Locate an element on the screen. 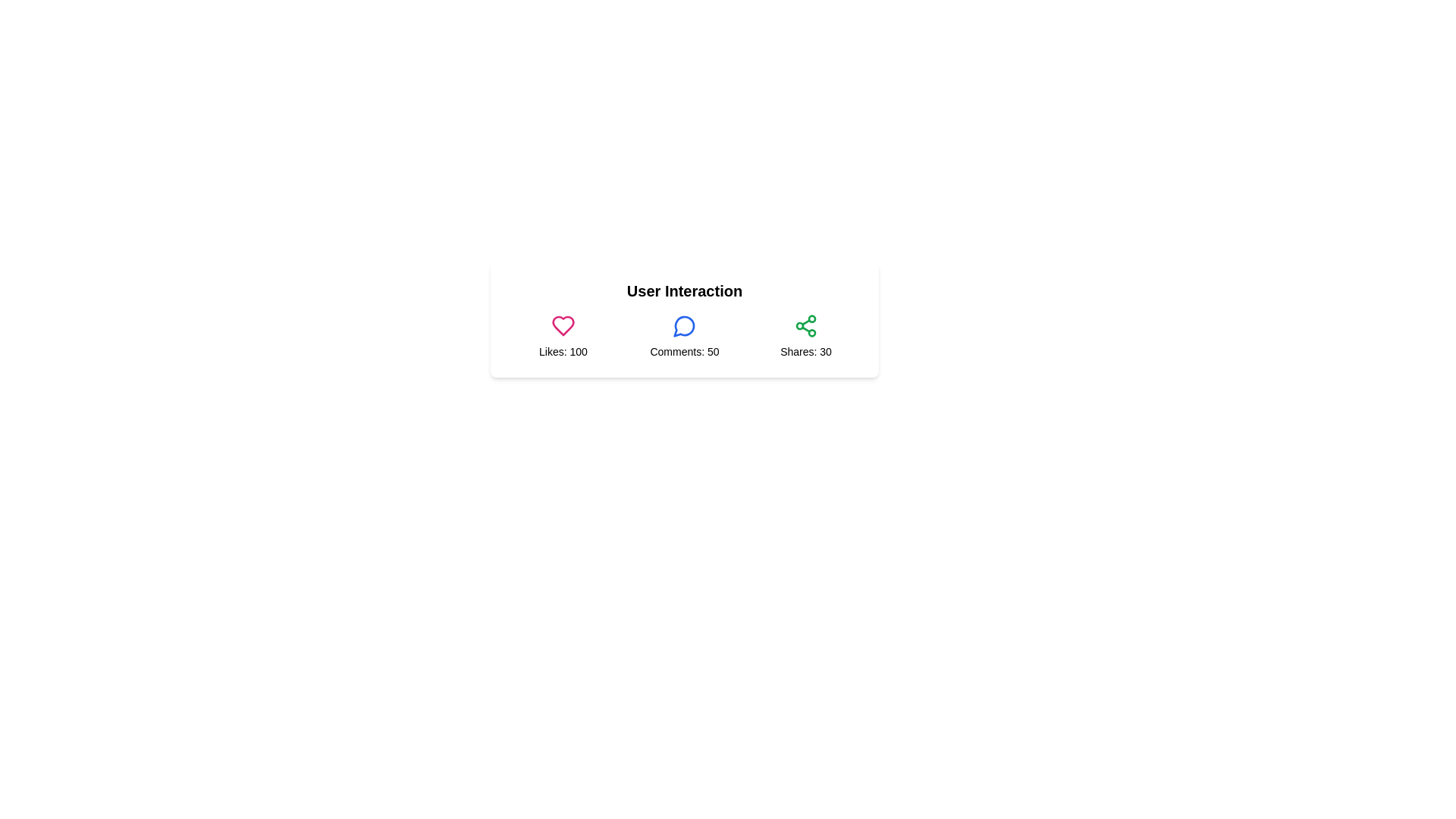  the blue circular speech bubble icon located above the 'Comments: 50' section, which is part of a group of three elements between 'Likes: 100' and 'Shares: 30' is located at coordinates (683, 325).